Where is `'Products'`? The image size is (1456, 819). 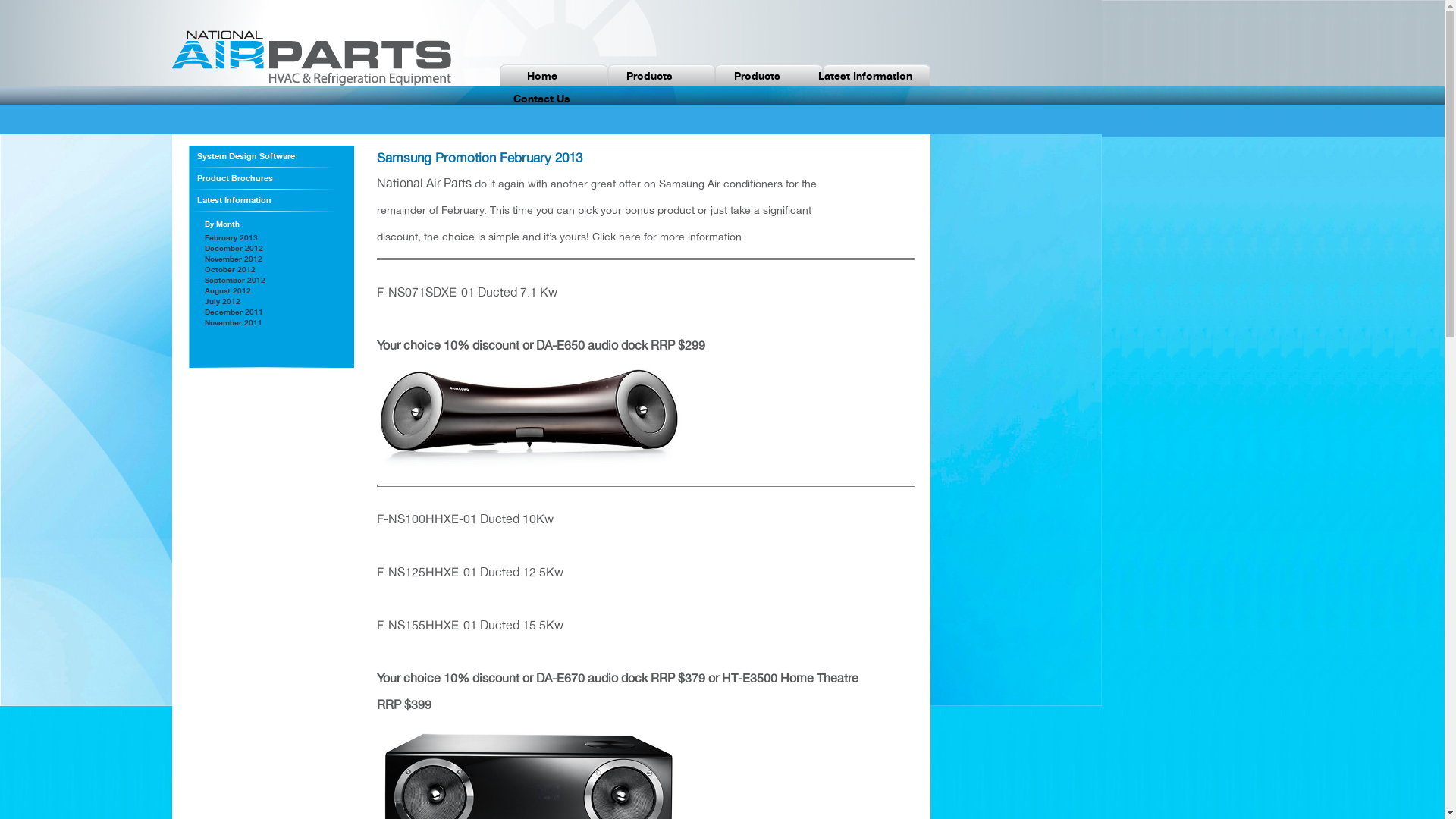 'Products' is located at coordinates (595, 76).